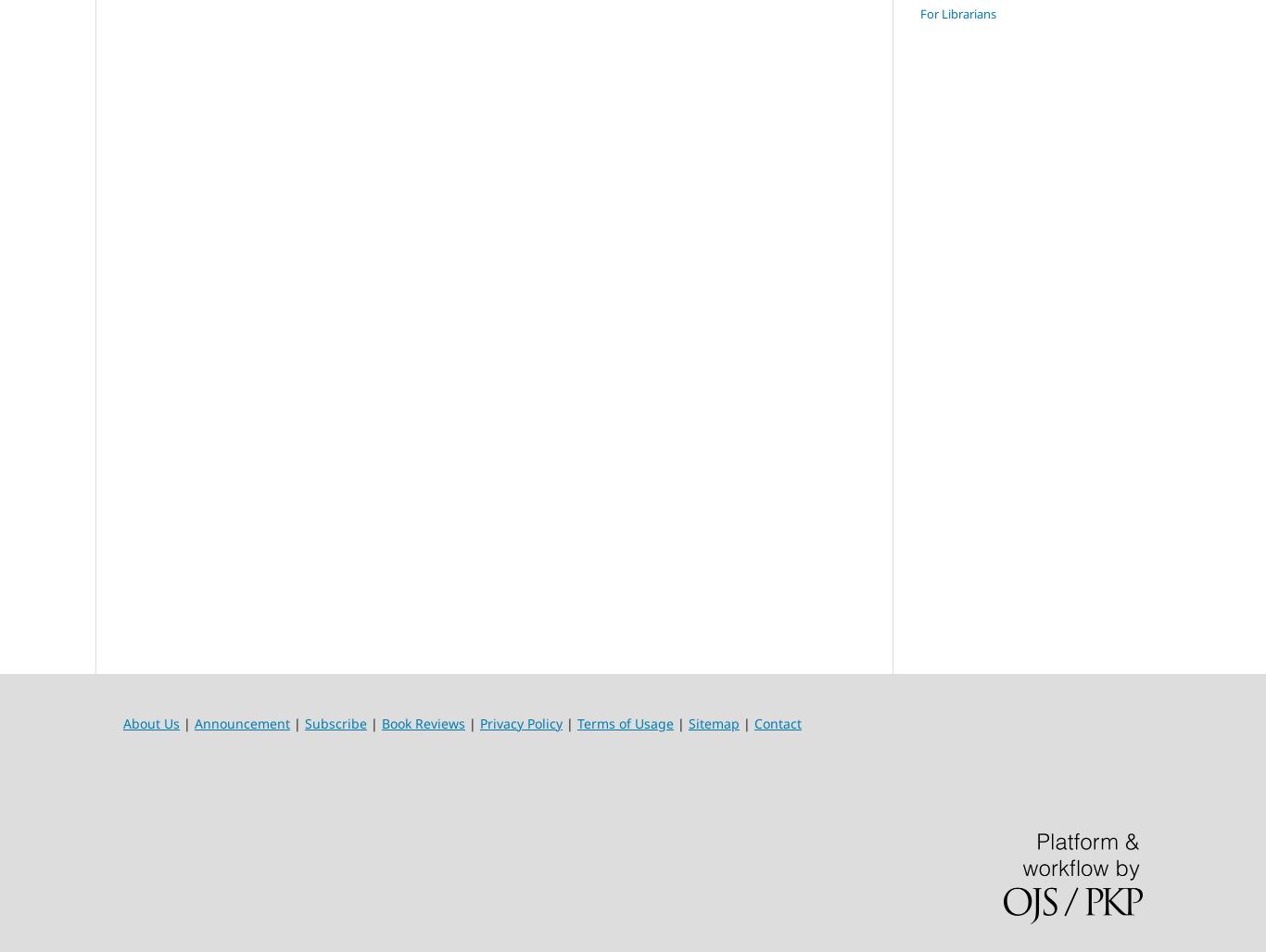 The height and width of the screenshot is (952, 1266). What do you see at coordinates (335, 722) in the screenshot?
I see `'Subscribe'` at bounding box center [335, 722].